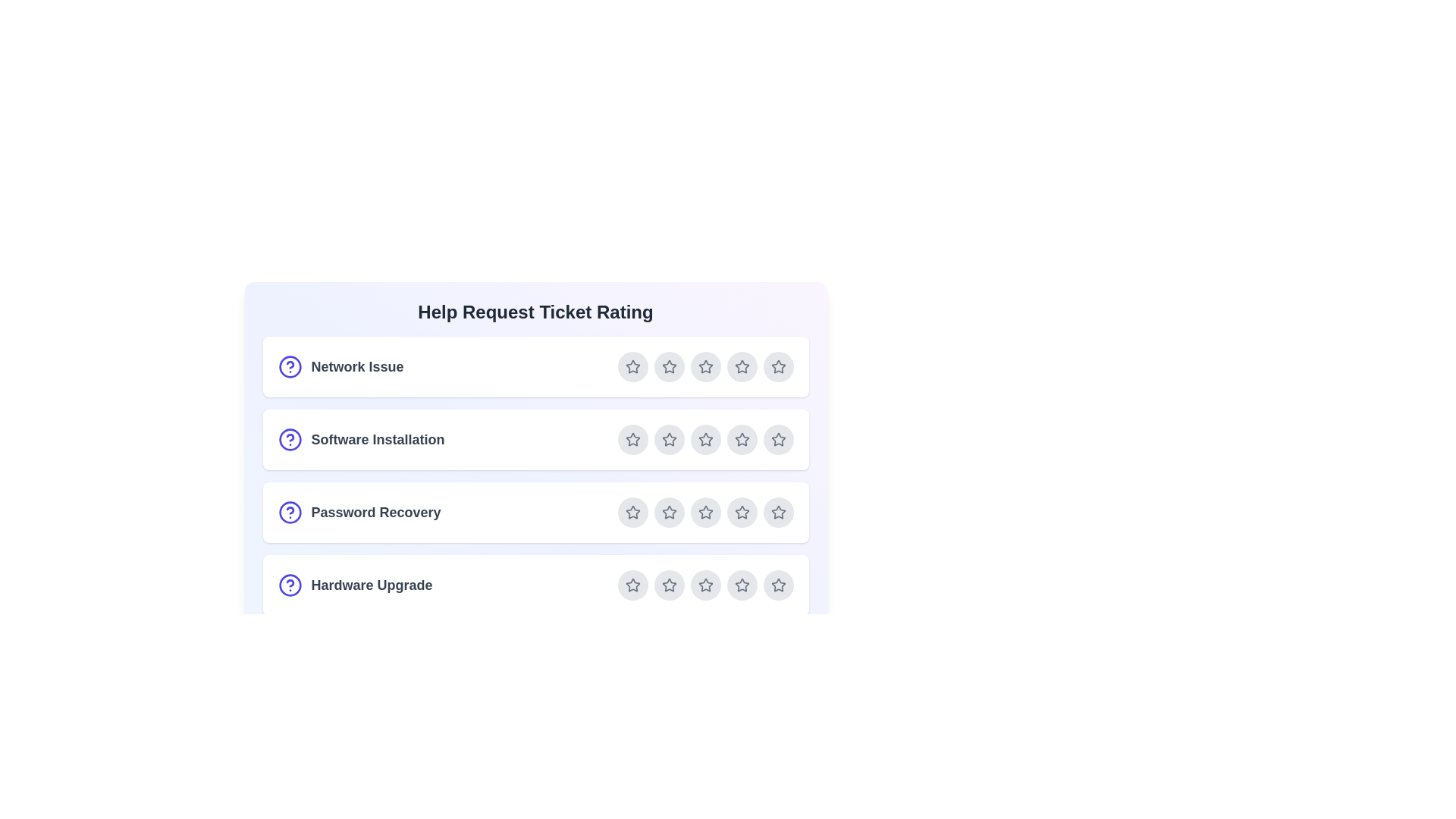 This screenshot has width=1456, height=819. I want to click on the star corresponding to 3 for the ticket Network Issue, so click(704, 366).